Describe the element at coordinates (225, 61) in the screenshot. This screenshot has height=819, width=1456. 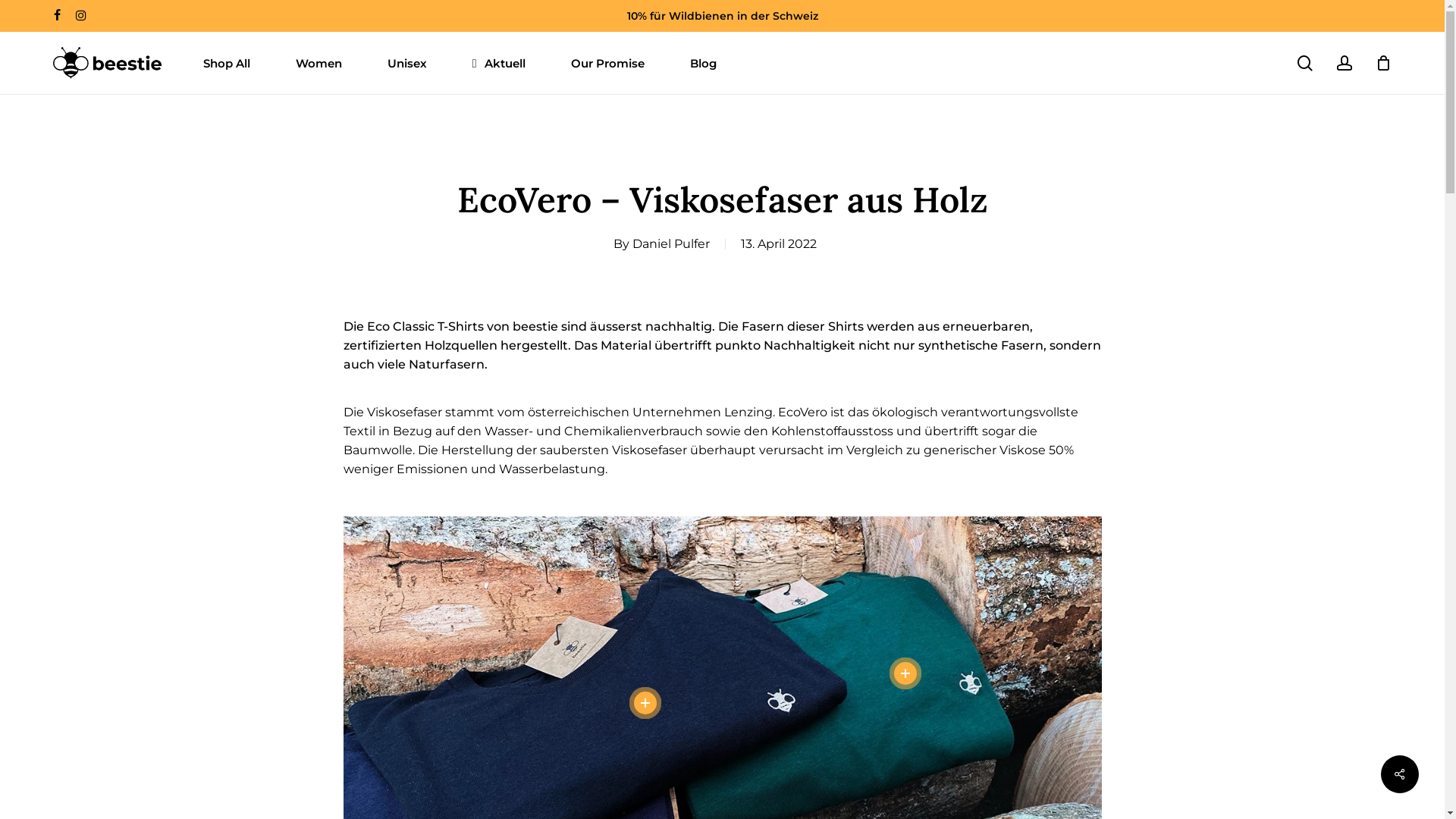
I see `'Shop All'` at that location.